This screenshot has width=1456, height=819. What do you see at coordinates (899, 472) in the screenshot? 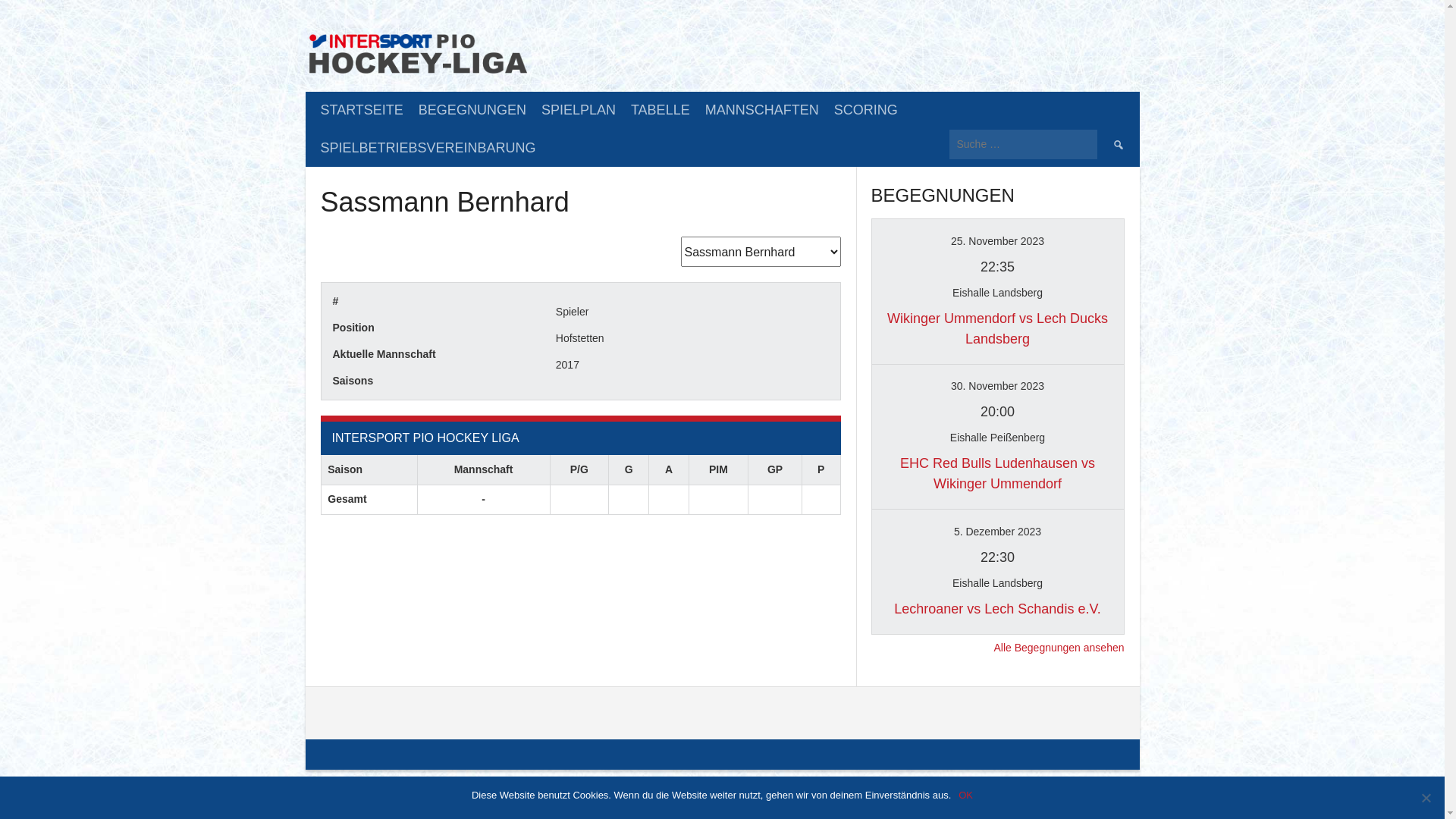
I see `'EHC Red Bulls Ludenhausen vs Wikinger Ummendorf'` at bounding box center [899, 472].